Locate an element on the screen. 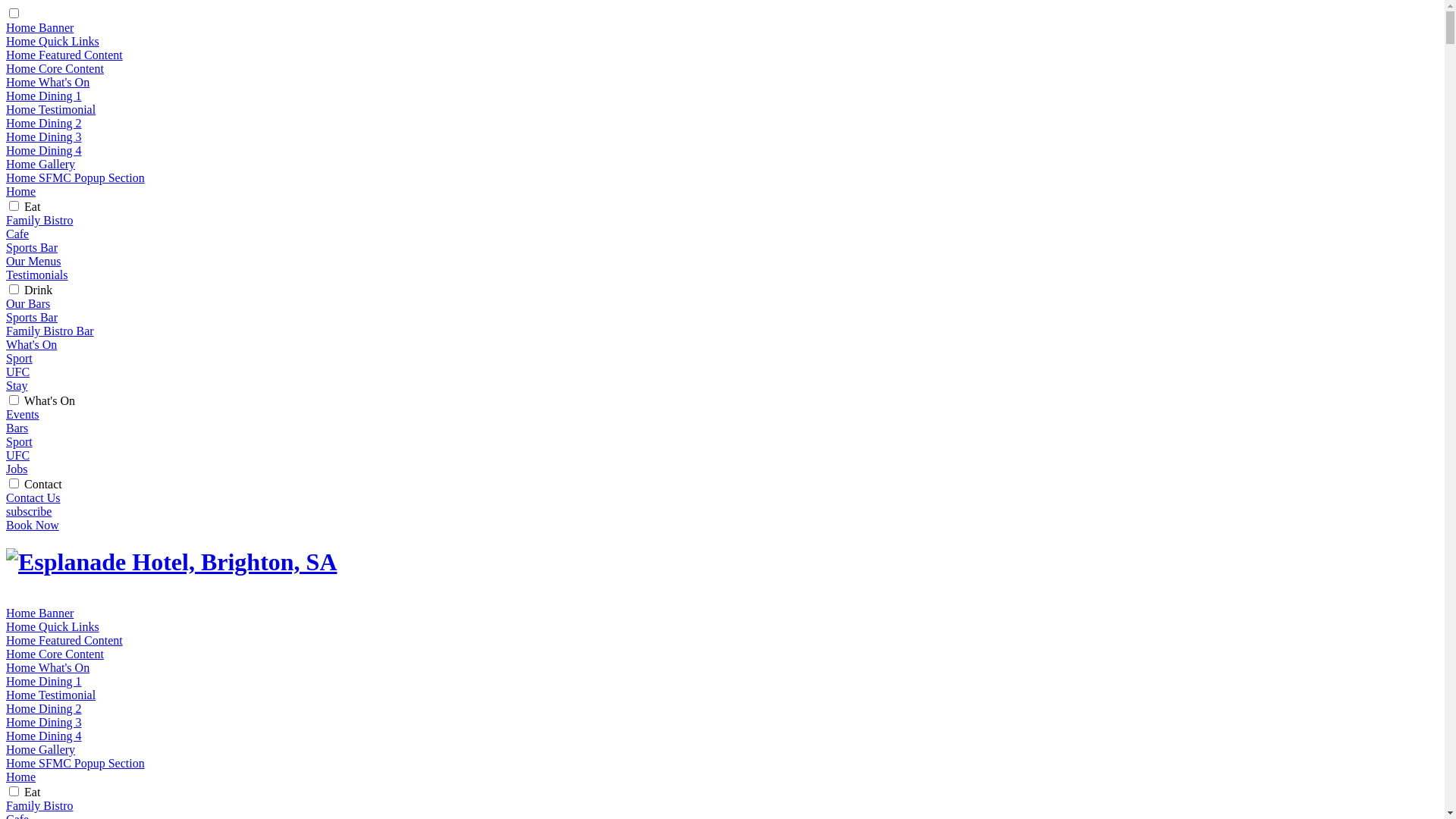  'Home What's On' is located at coordinates (47, 82).